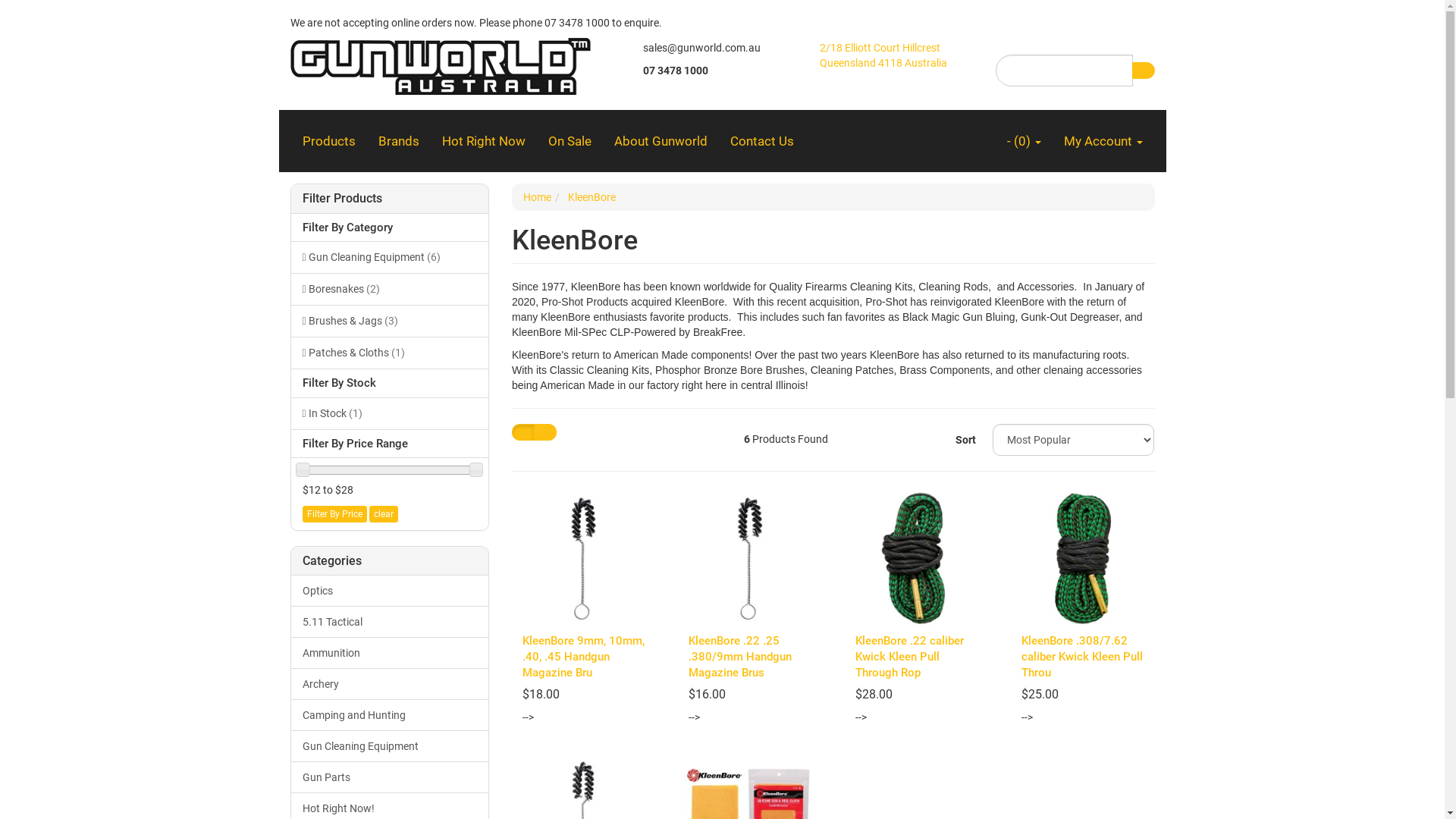 The height and width of the screenshot is (819, 1456). I want to click on '5.11 Tactical', so click(390, 622).